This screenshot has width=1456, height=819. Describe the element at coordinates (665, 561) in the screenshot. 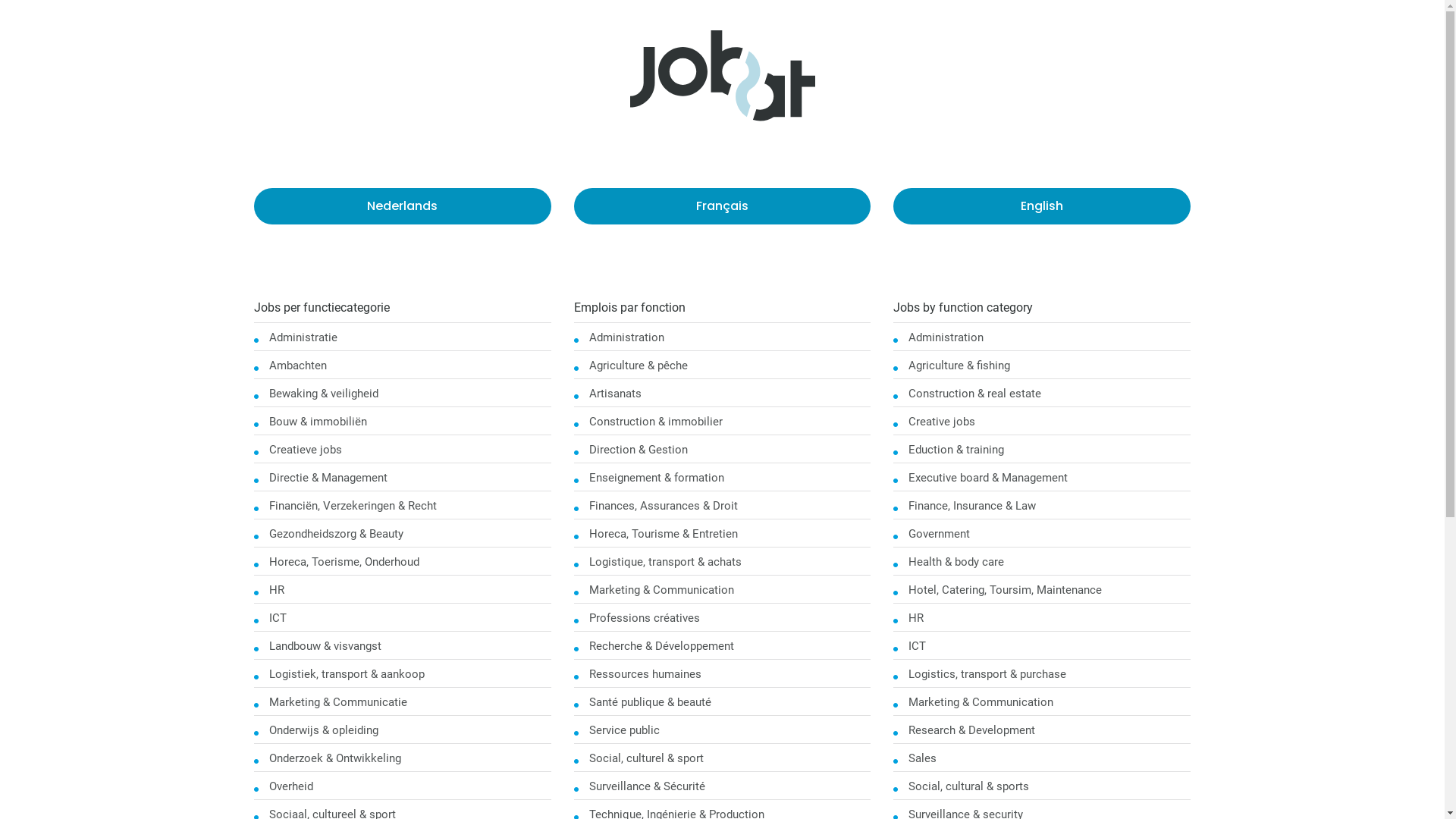

I see `'Logistique, transport & achats'` at that location.